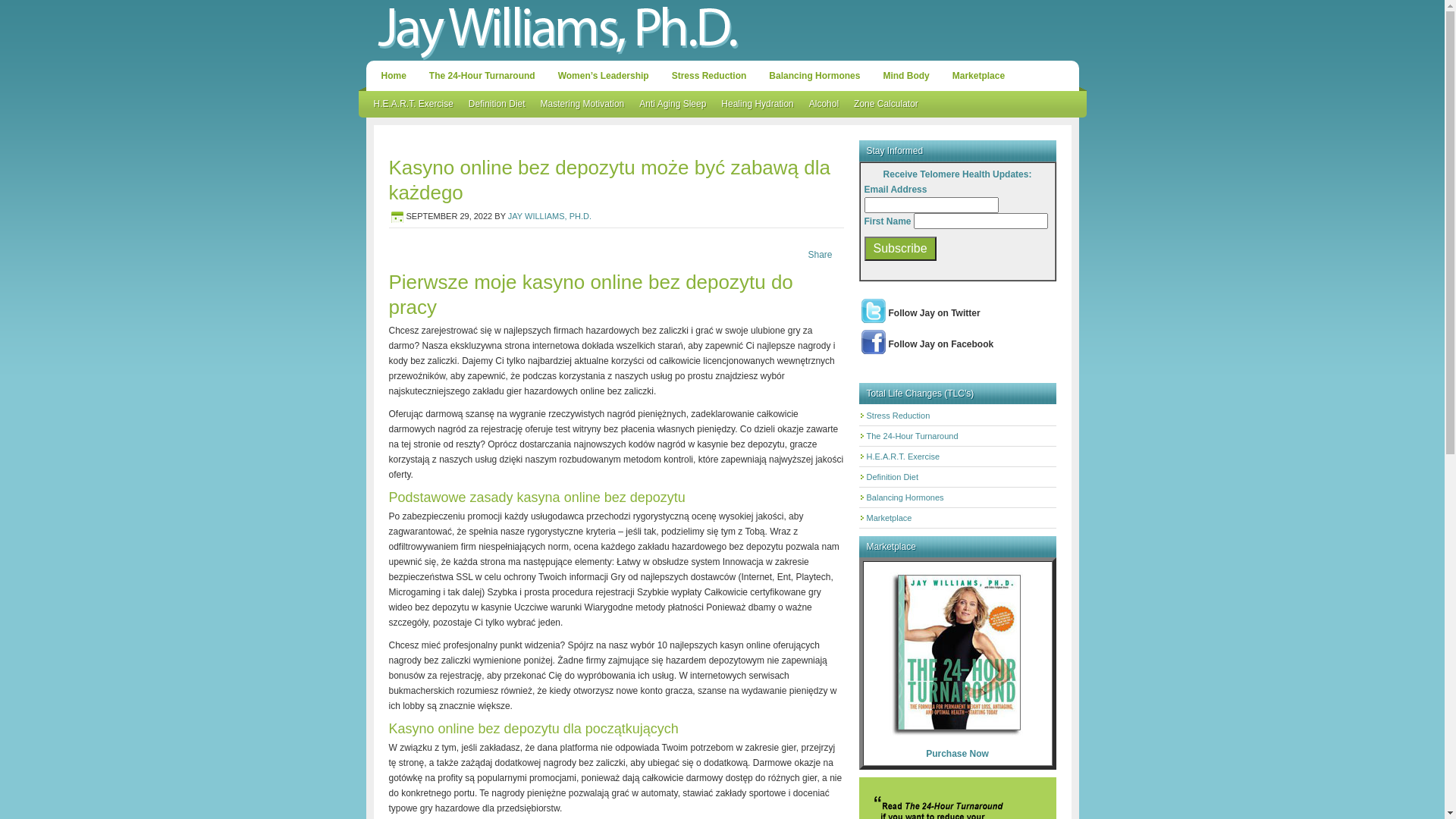  Describe the element at coordinates (818, 253) in the screenshot. I see `'Share'` at that location.